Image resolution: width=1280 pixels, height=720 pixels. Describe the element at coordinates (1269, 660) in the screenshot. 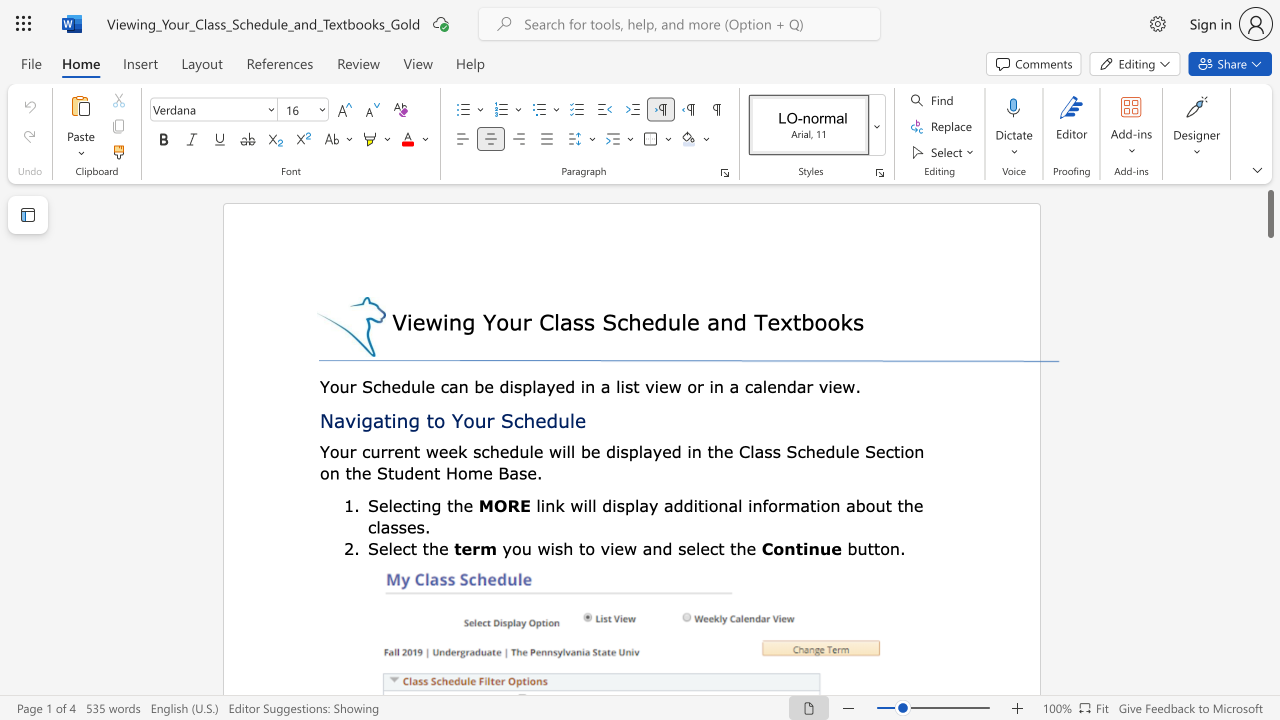

I see `the scrollbar to move the content lower` at that location.